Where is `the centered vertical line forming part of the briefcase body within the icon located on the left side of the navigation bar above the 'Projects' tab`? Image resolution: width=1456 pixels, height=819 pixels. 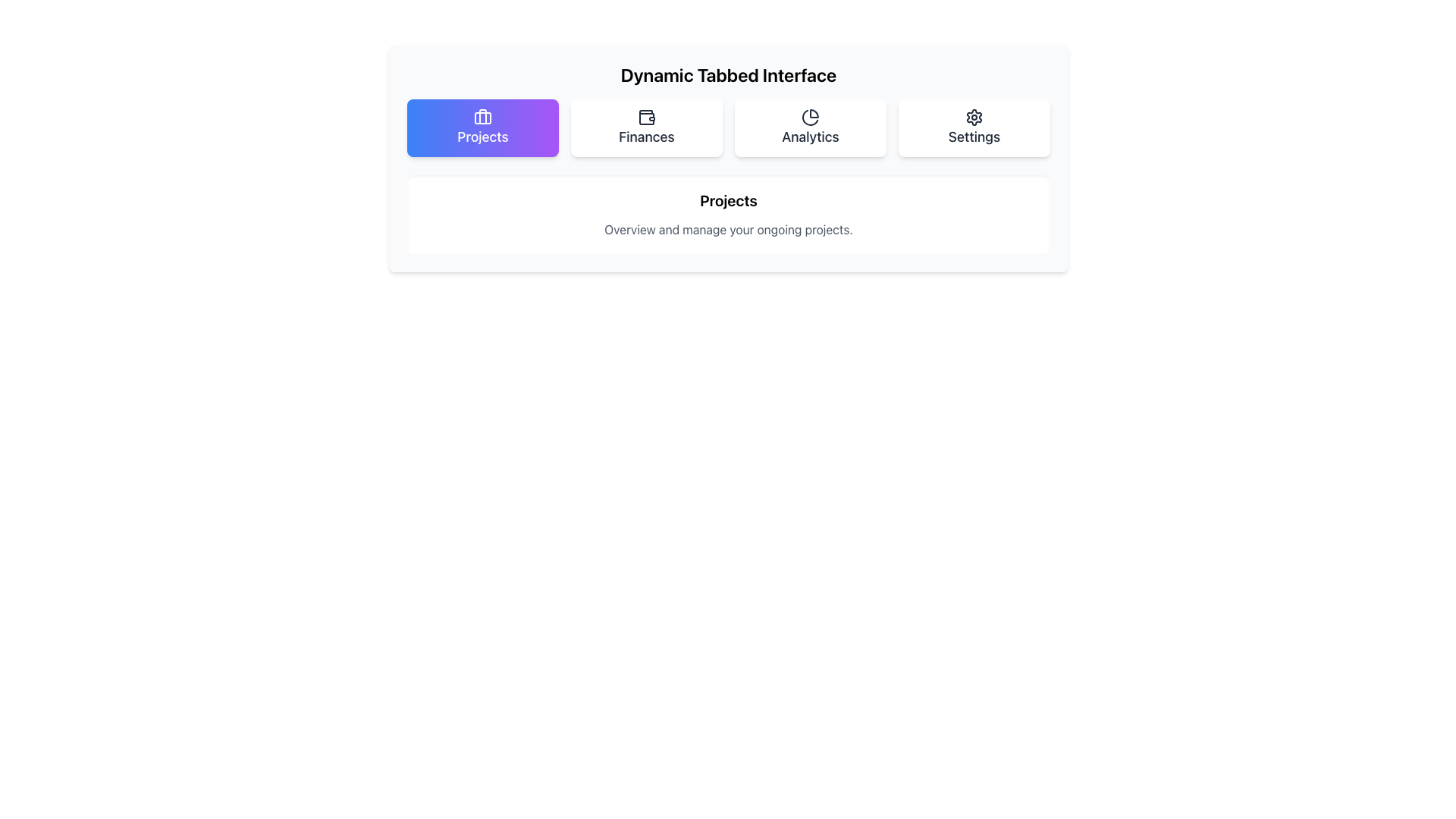
the centered vertical line forming part of the briefcase body within the icon located on the left side of the navigation bar above the 'Projects' tab is located at coordinates (482, 116).